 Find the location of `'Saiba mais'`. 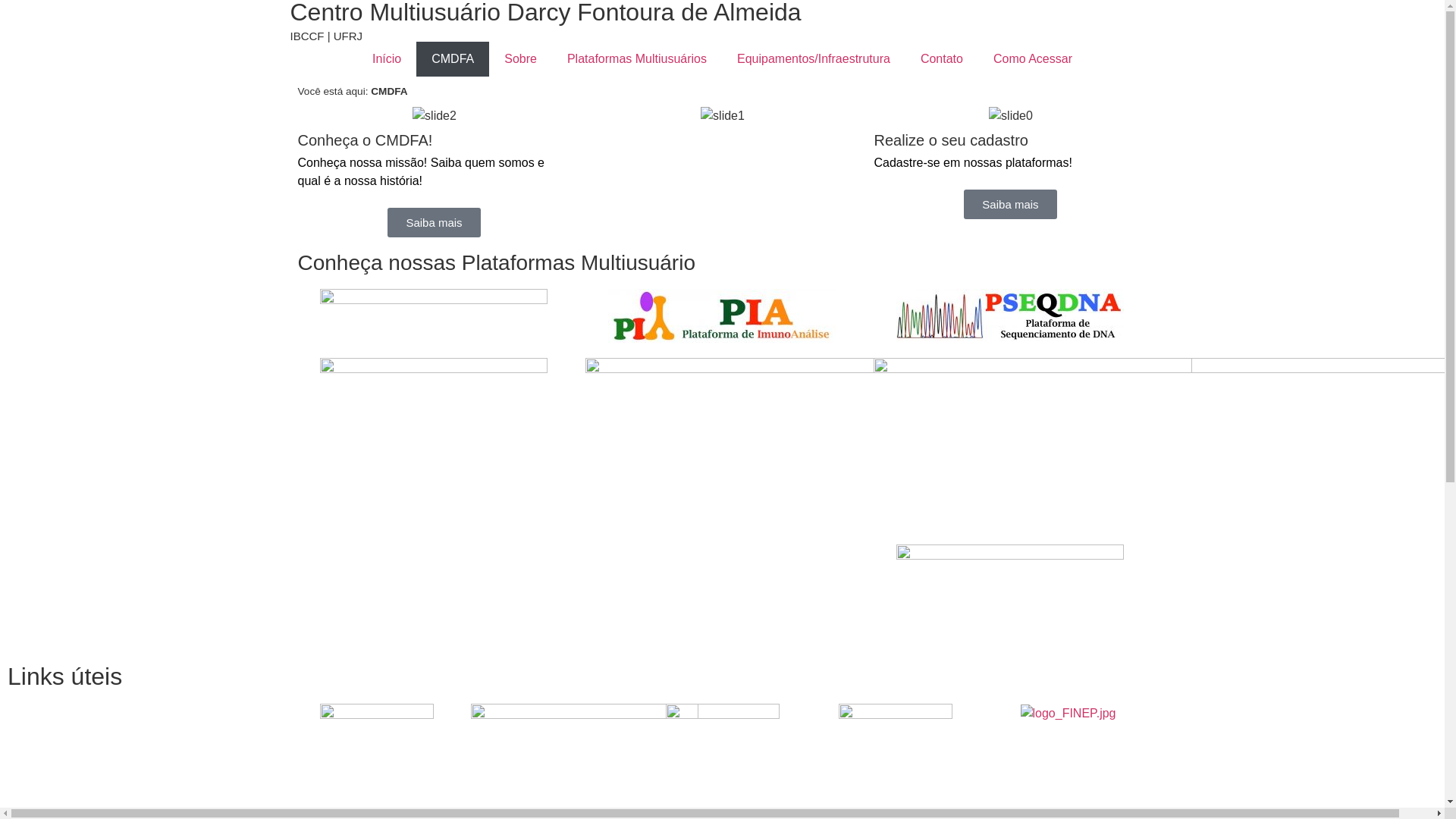

'Saiba mais' is located at coordinates (1009, 203).